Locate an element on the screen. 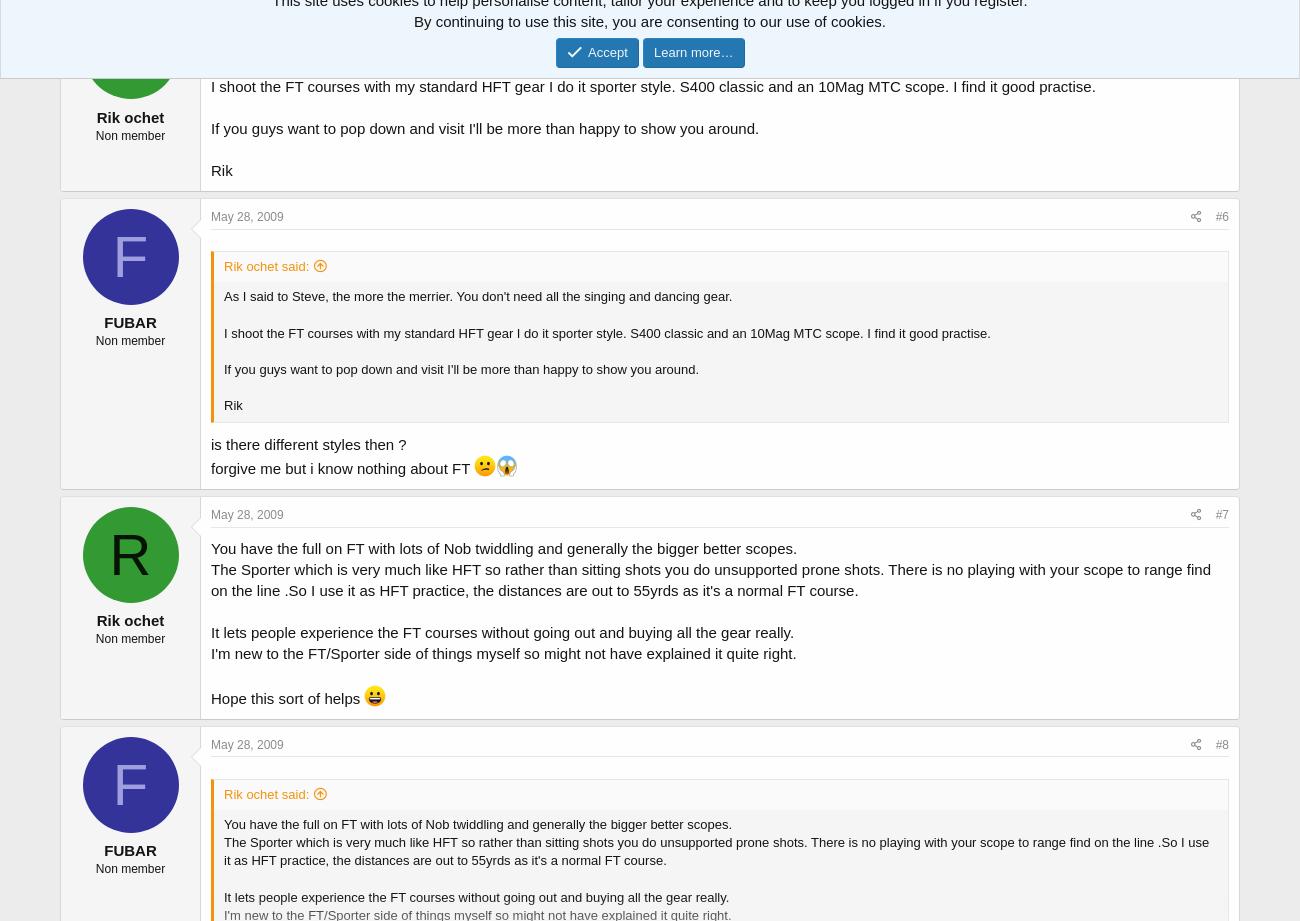 The height and width of the screenshot is (921, 1300). 'forgive me but i know nothing about FT' is located at coordinates (341, 466).